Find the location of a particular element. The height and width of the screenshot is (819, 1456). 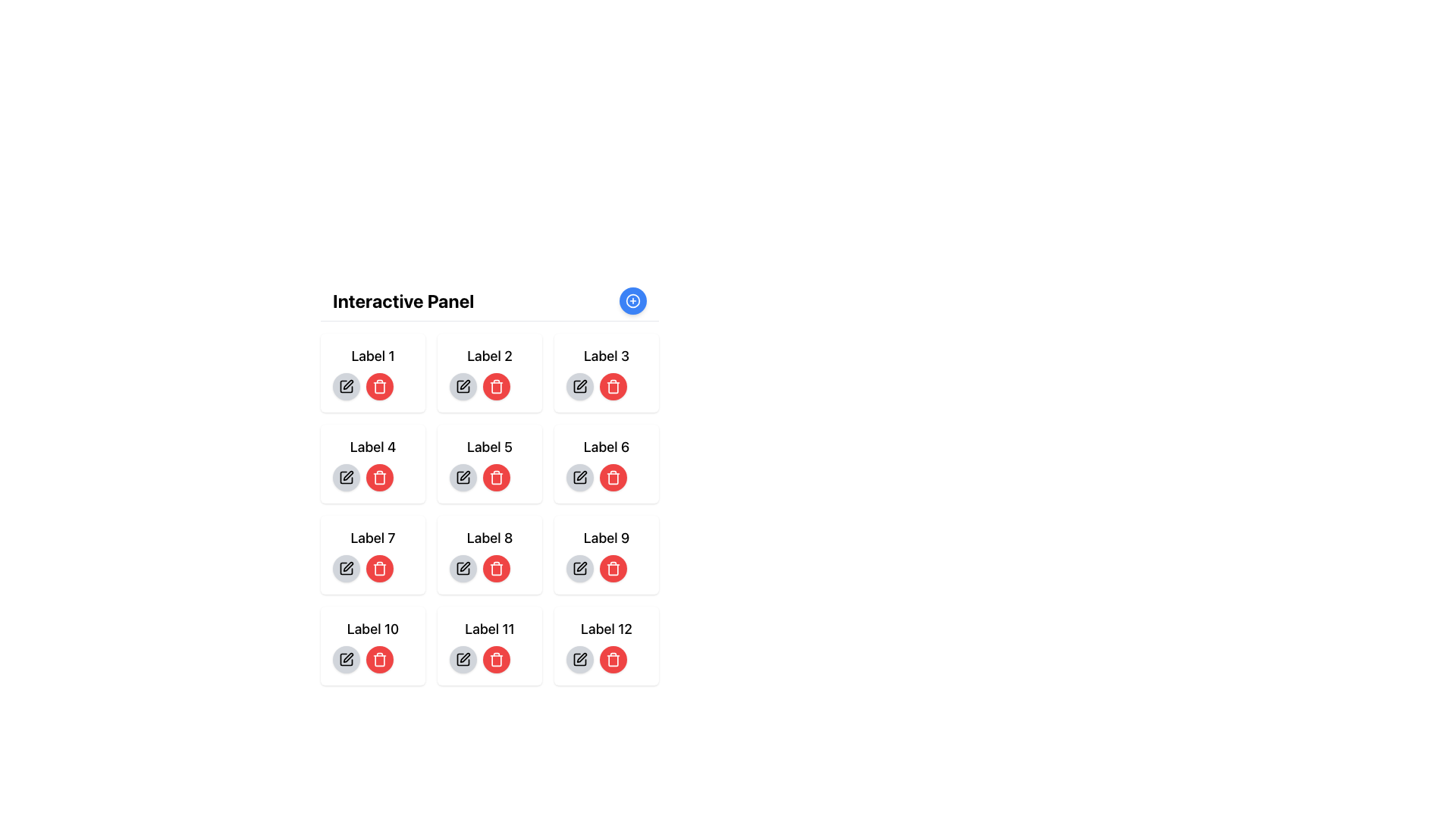

the dark gray diagonal pen icon button in the Interactive Panel, located in the fourth row and the second column is located at coordinates (464, 566).